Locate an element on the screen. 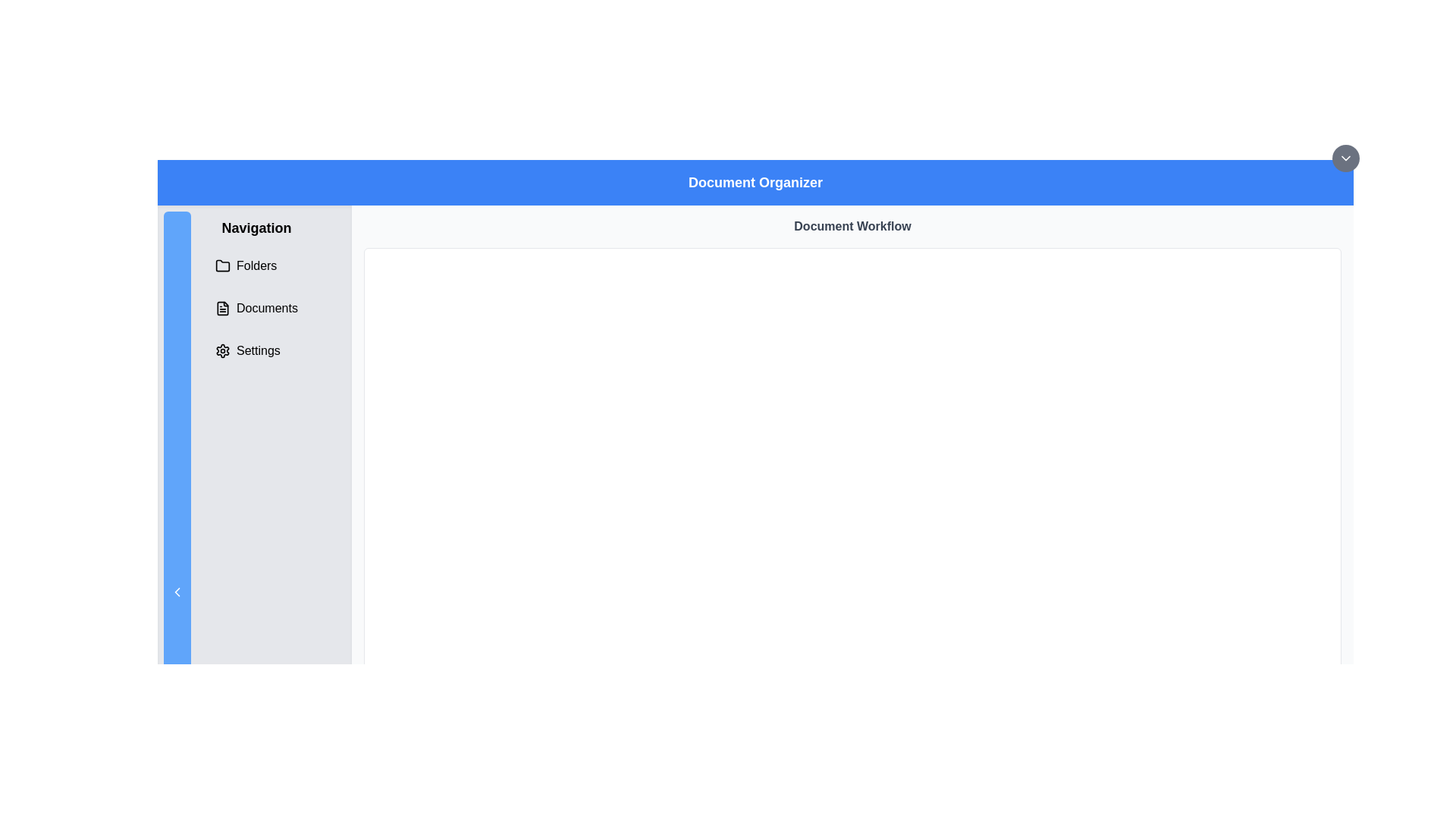  the SVG icon serving as a visual identifier for the 'Folders' navigation option located in the left navigation bar is located at coordinates (221, 265).